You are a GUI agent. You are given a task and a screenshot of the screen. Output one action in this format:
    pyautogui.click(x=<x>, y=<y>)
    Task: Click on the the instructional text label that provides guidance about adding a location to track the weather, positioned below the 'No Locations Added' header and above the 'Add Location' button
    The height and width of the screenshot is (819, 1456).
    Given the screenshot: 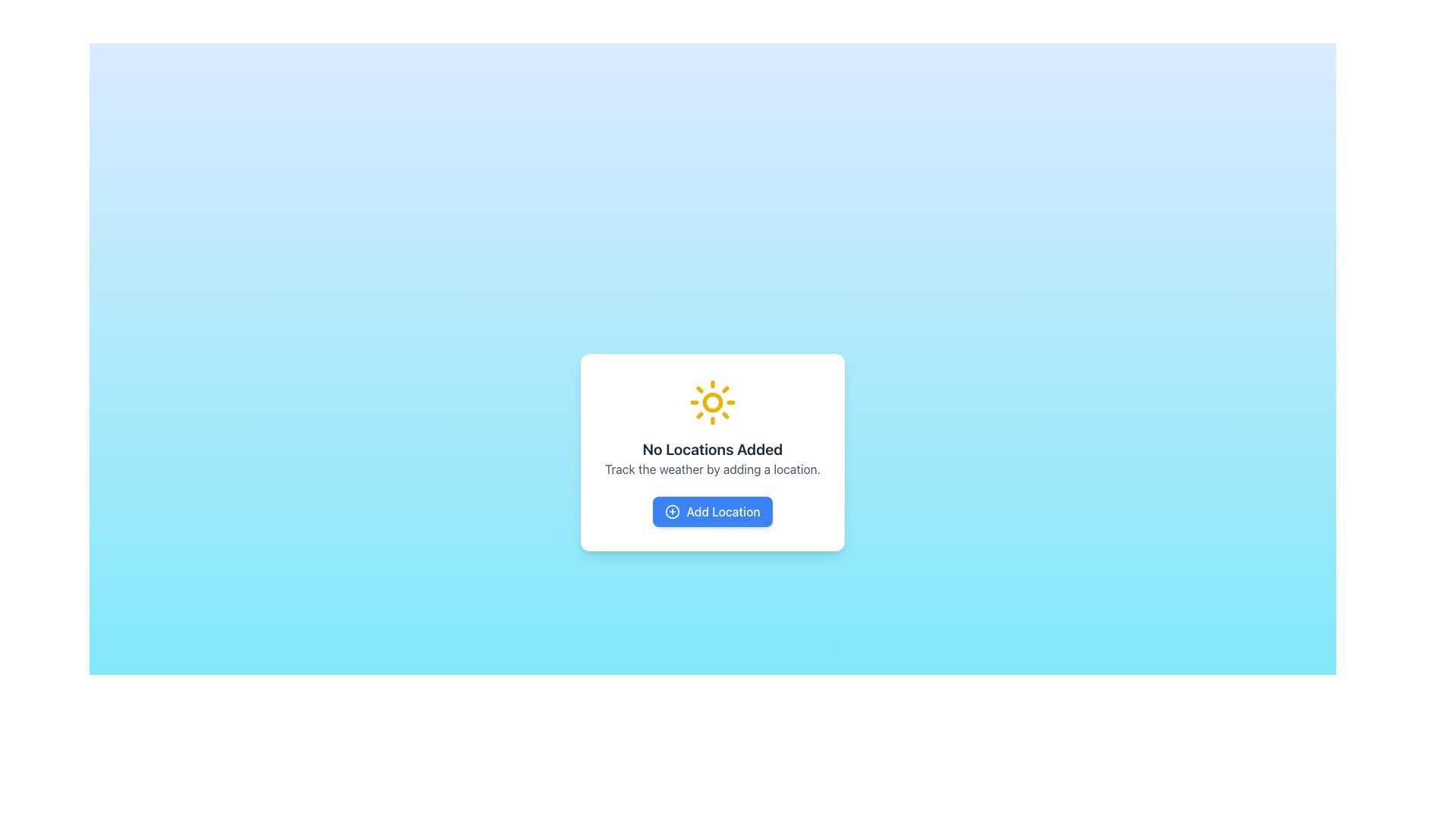 What is the action you would take?
    pyautogui.click(x=712, y=468)
    